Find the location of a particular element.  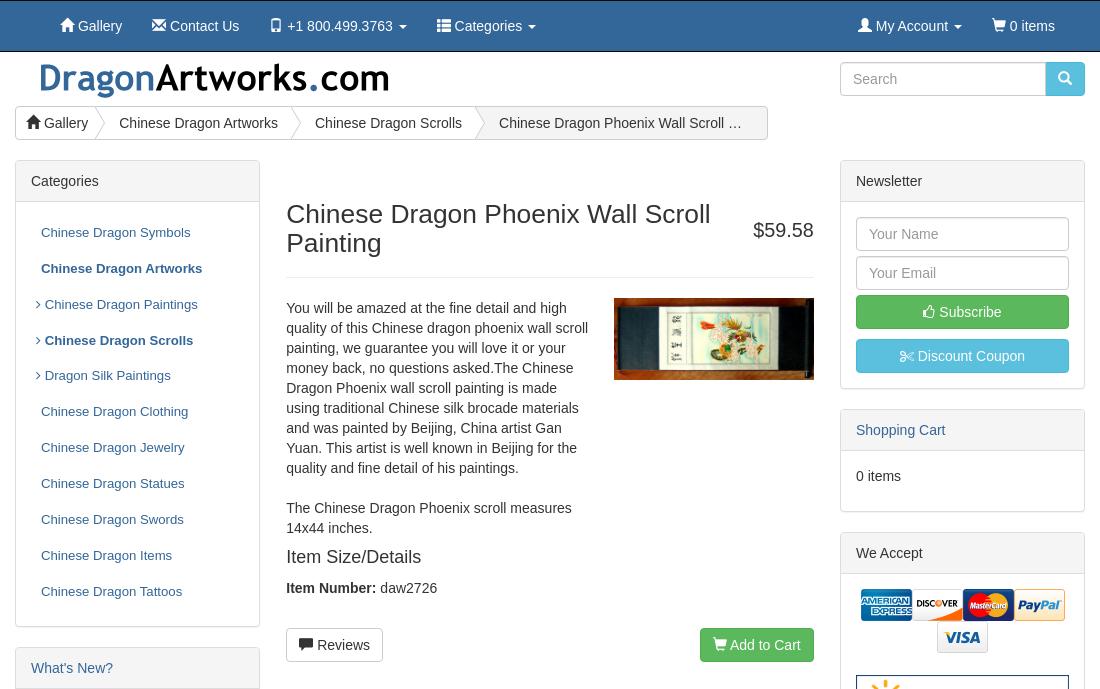

'My Account' is located at coordinates (909, 25).